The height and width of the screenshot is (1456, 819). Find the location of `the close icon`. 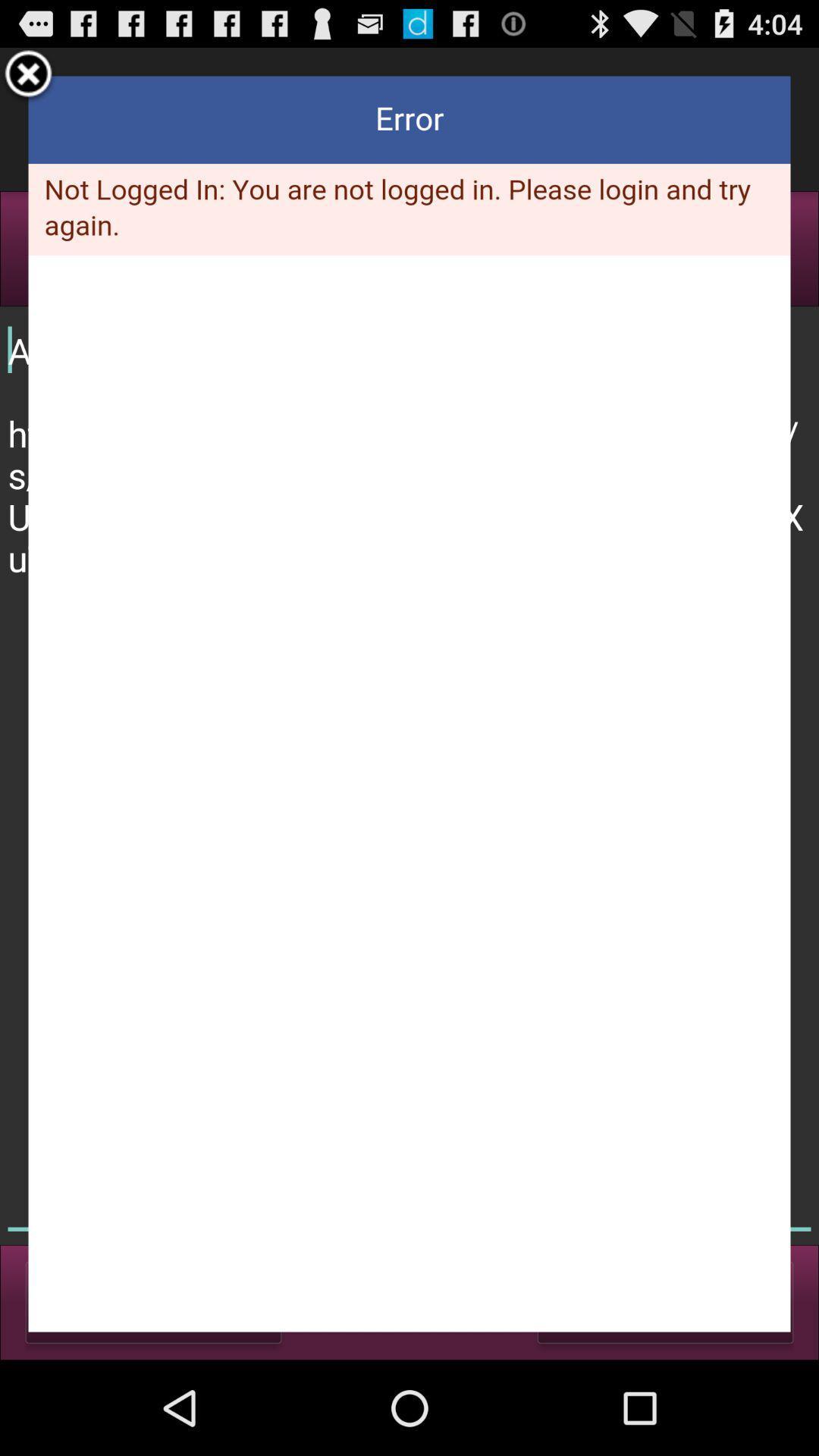

the close icon is located at coordinates (28, 80).